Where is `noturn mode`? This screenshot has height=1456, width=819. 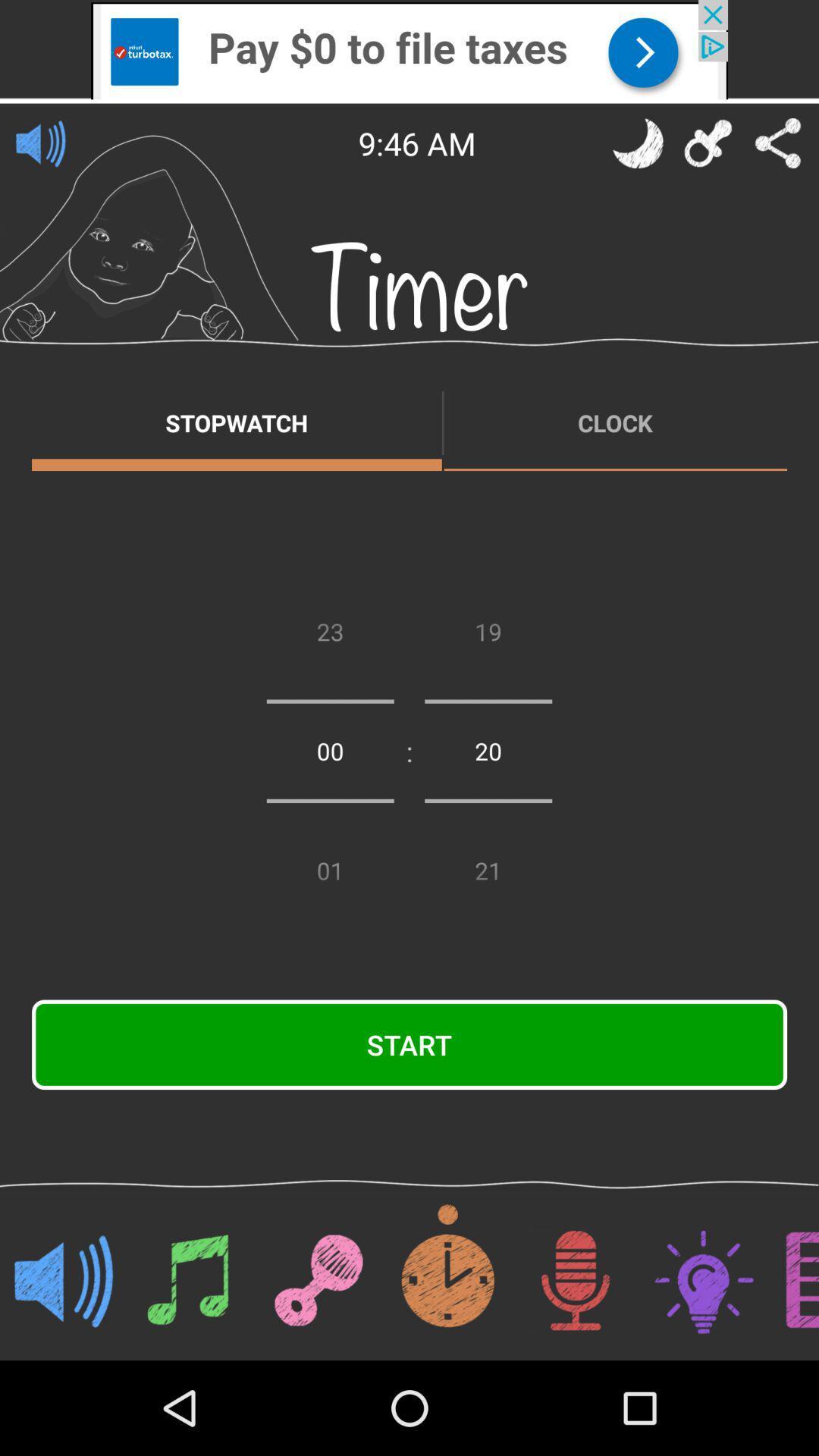
noturn mode is located at coordinates (638, 143).